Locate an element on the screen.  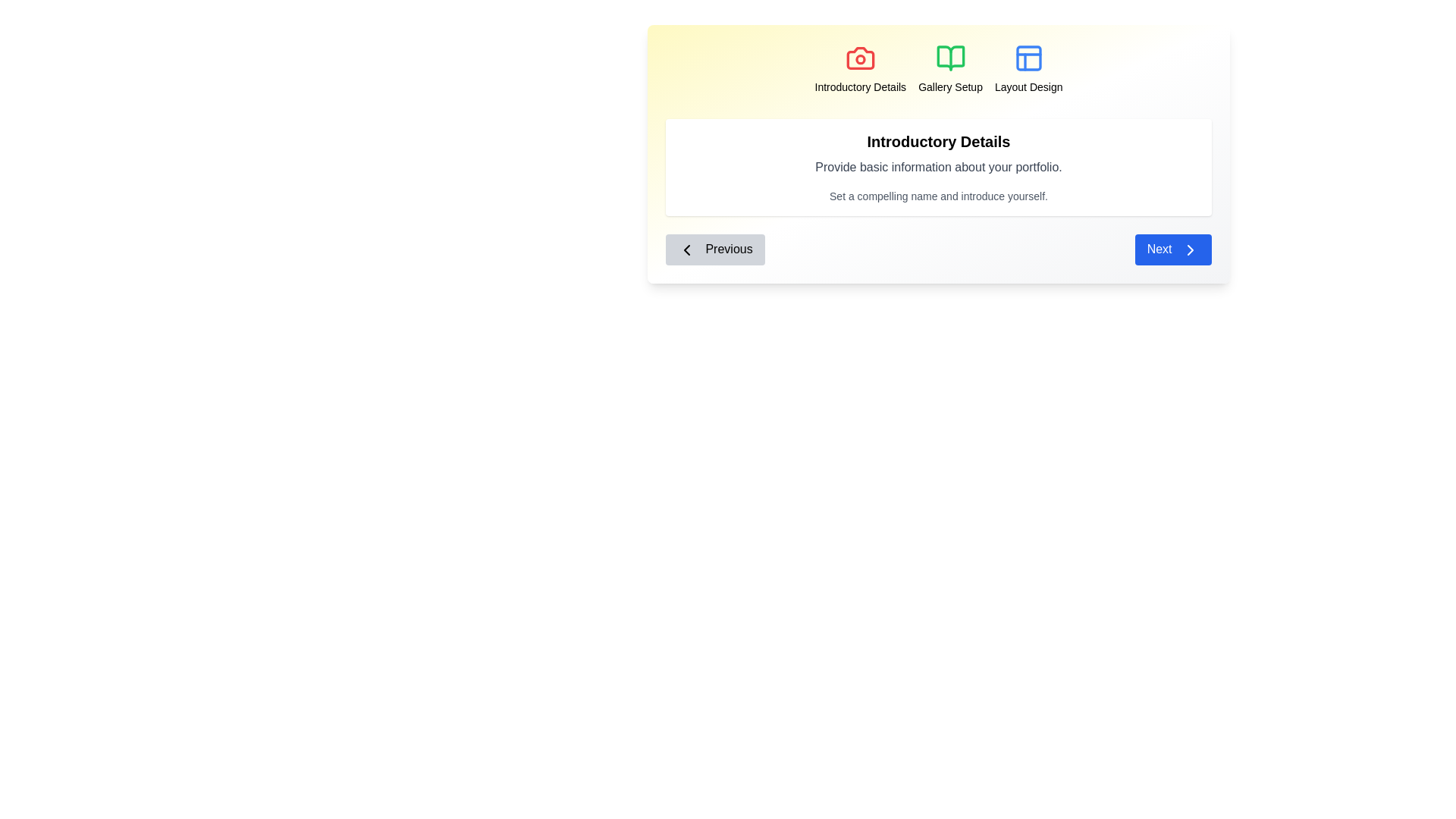
the Navigation Button, which is the third item in the horizontal menu is located at coordinates (1028, 69).